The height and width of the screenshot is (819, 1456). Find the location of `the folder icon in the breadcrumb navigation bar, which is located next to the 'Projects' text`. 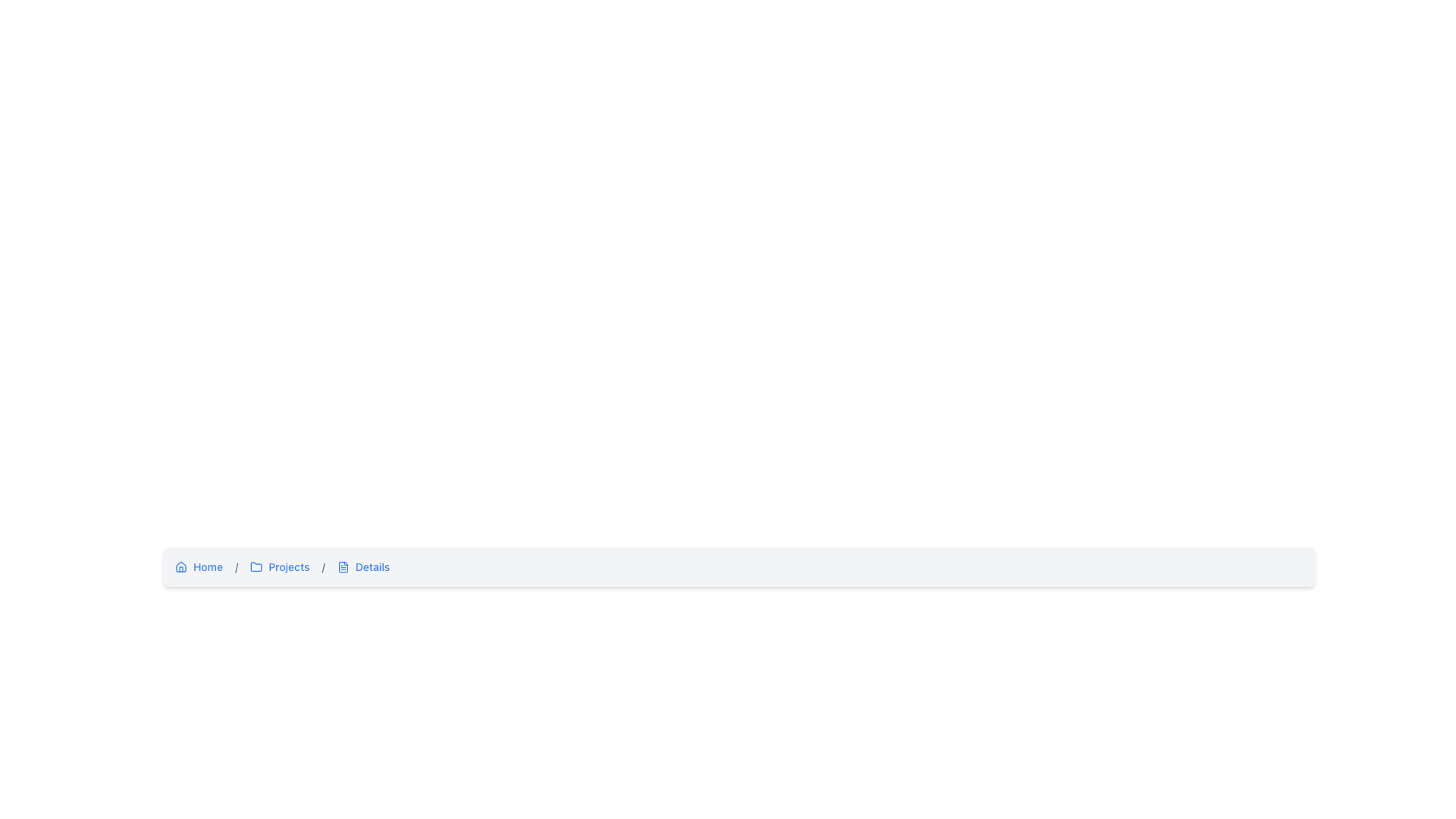

the folder icon in the breadcrumb navigation bar, which is located next to the 'Projects' text is located at coordinates (256, 566).